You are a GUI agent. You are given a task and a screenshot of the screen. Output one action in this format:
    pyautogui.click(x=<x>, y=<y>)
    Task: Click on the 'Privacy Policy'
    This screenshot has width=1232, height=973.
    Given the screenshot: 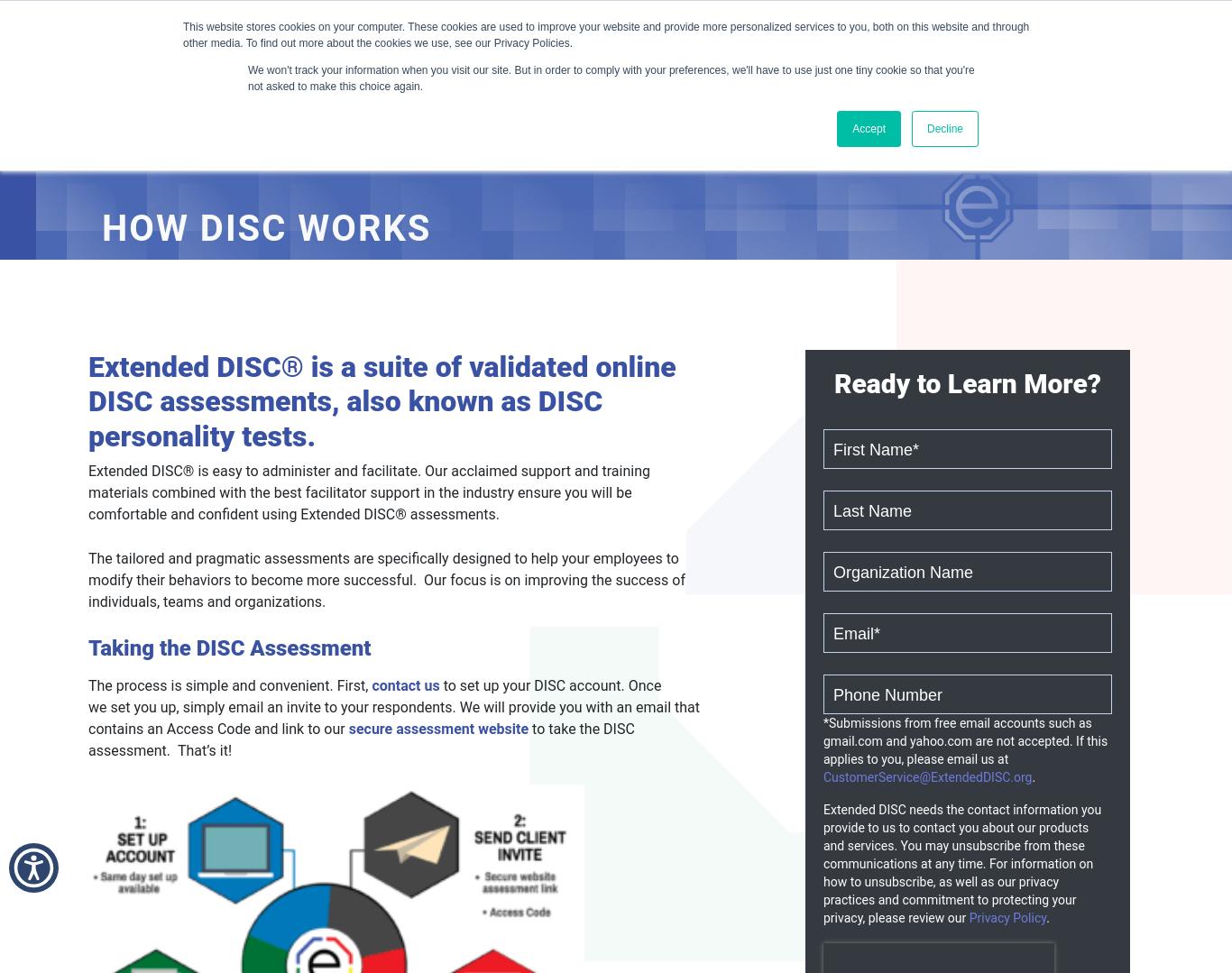 What is the action you would take?
    pyautogui.click(x=967, y=916)
    